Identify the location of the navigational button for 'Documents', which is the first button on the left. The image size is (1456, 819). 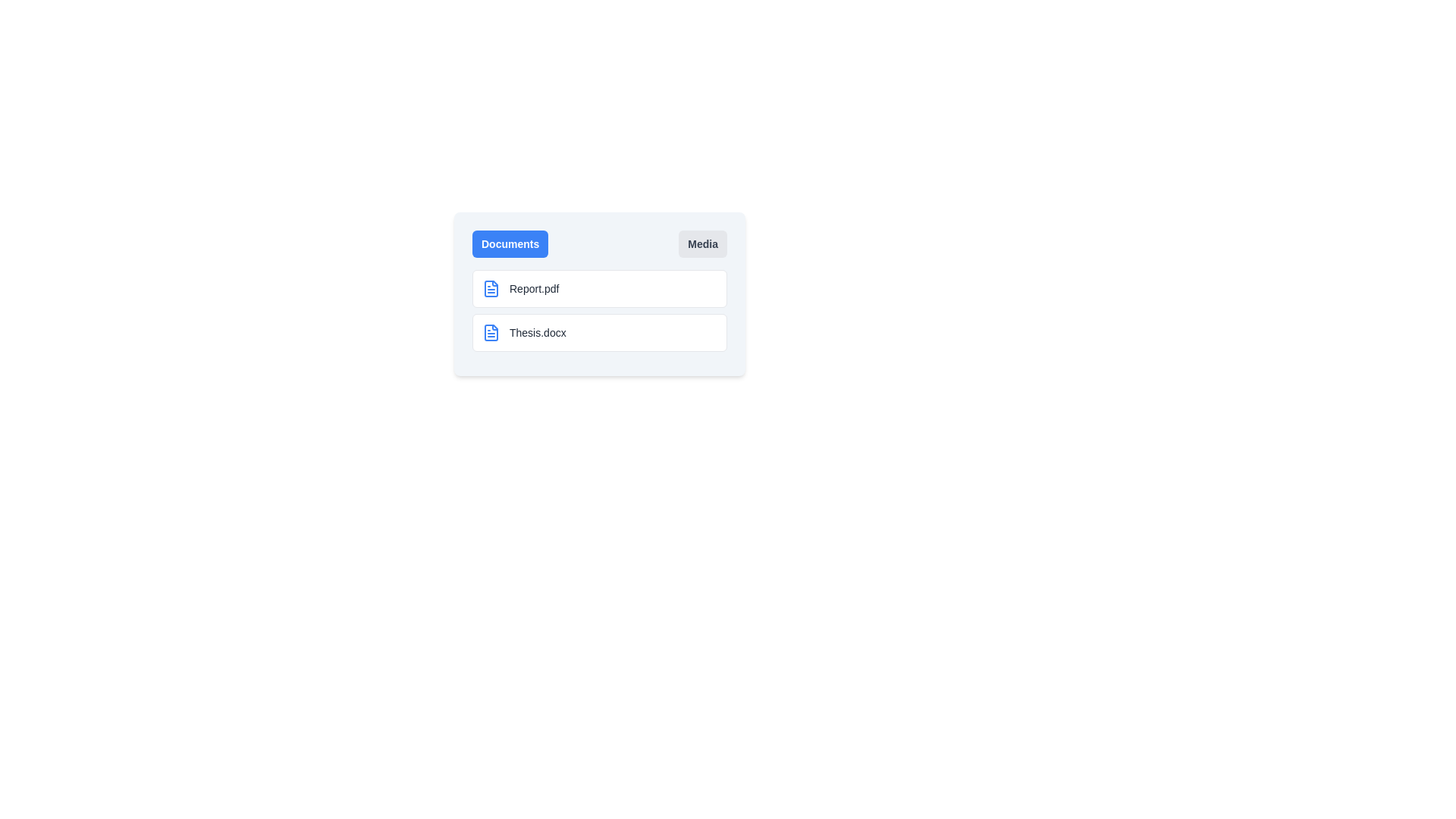
(510, 243).